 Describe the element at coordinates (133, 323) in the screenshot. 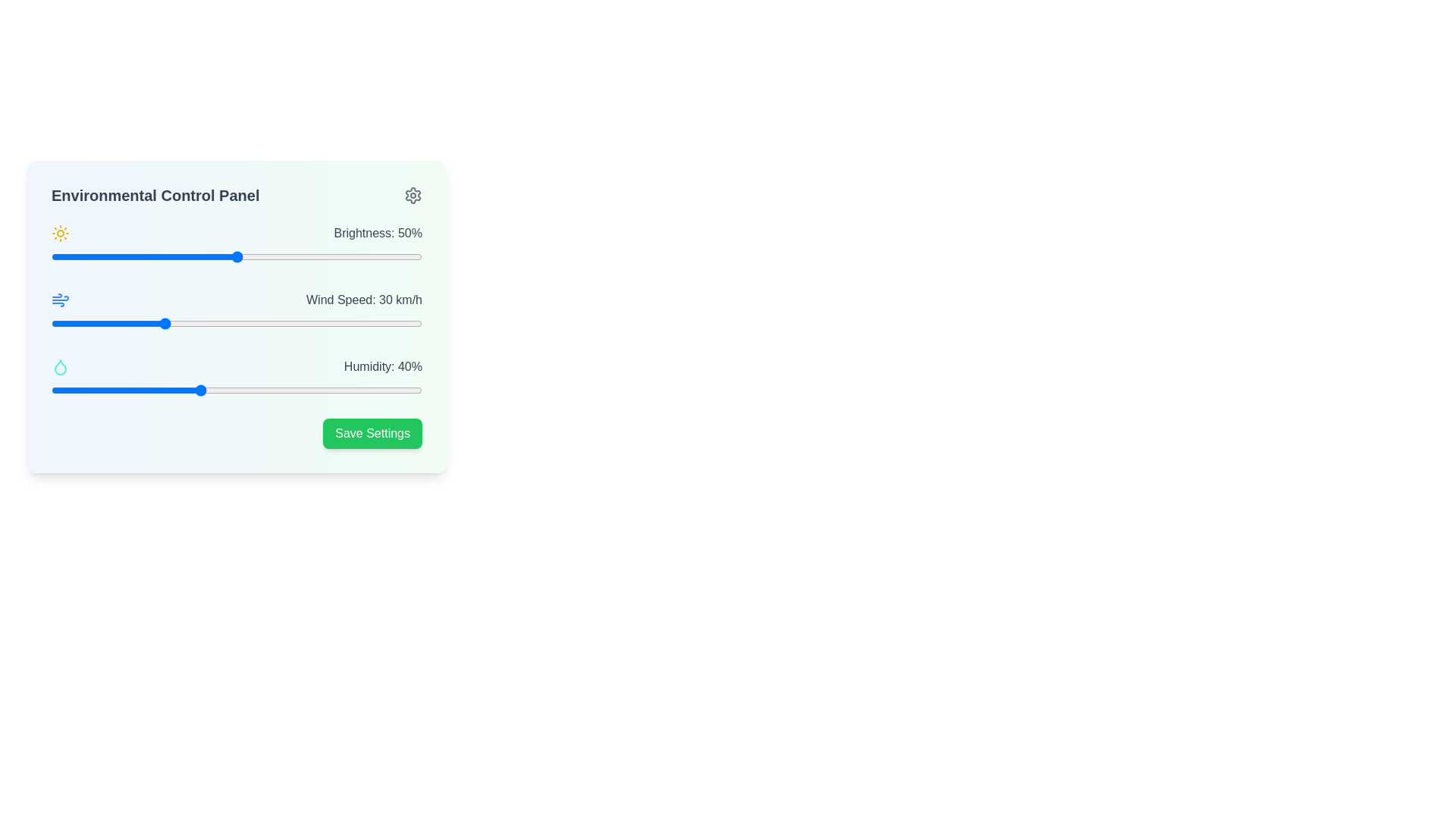

I see `the wind speed` at that location.